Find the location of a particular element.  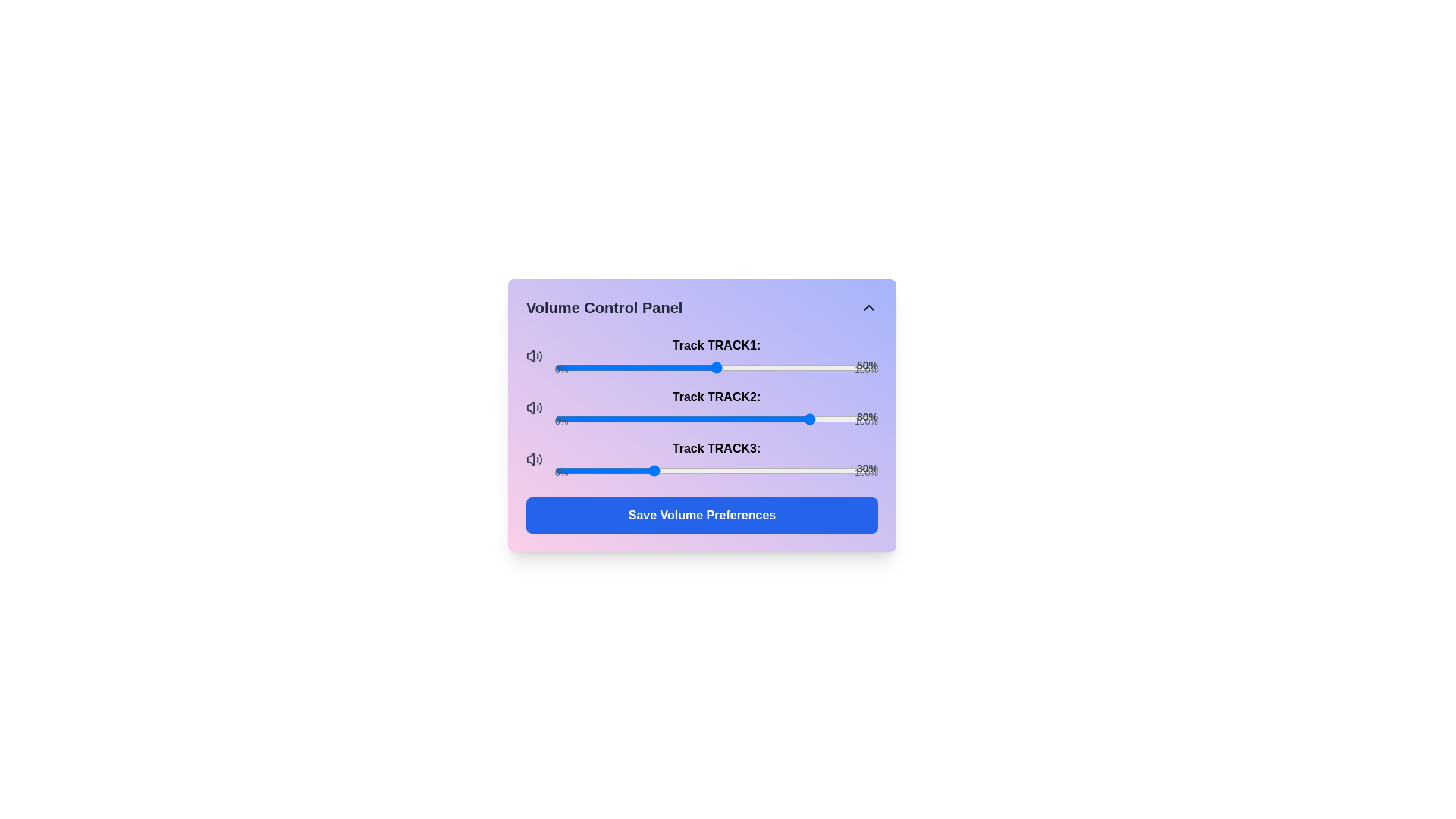

the slider value is located at coordinates (822, 470).